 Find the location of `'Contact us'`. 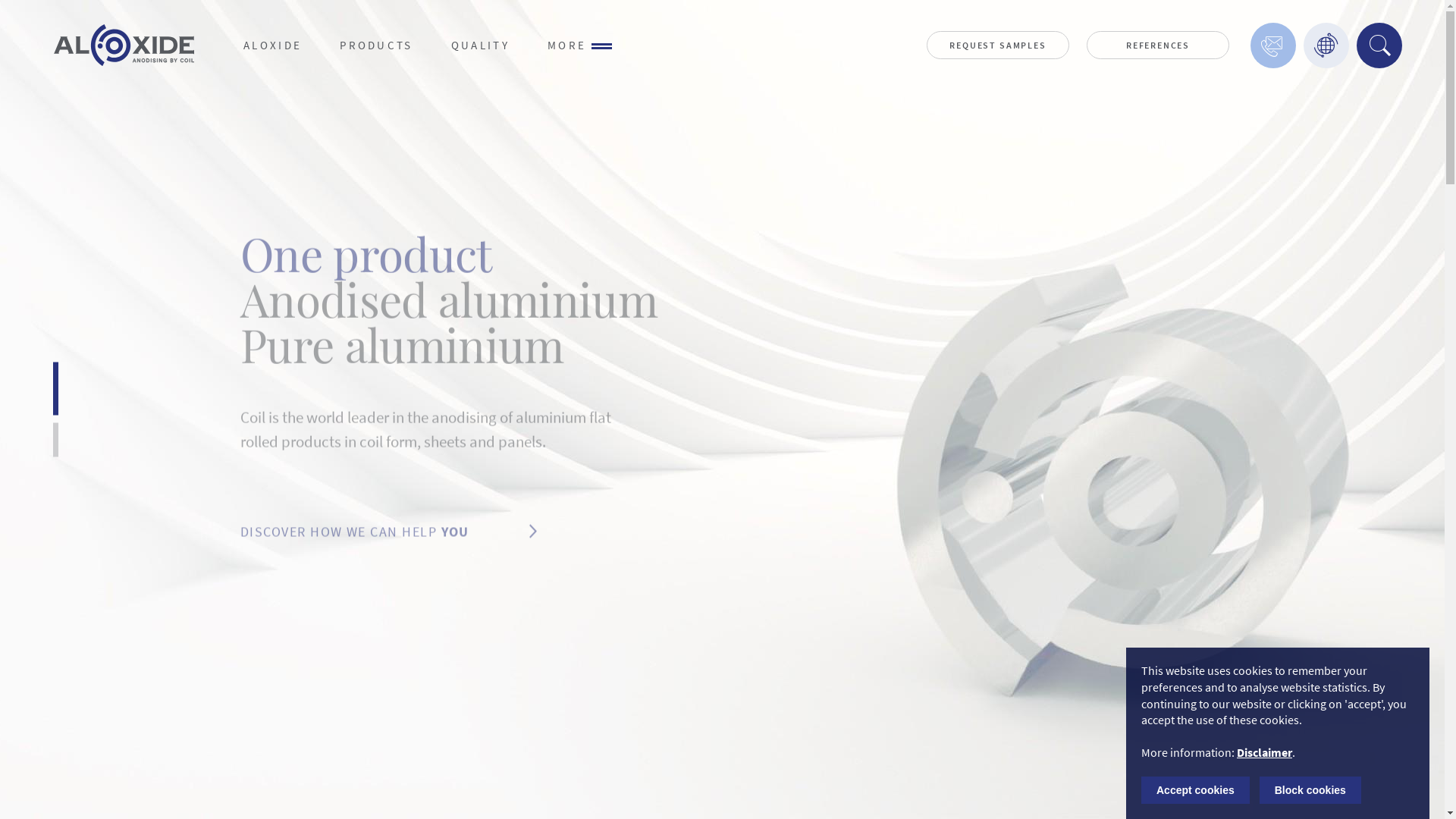

'Contact us' is located at coordinates (1250, 45).